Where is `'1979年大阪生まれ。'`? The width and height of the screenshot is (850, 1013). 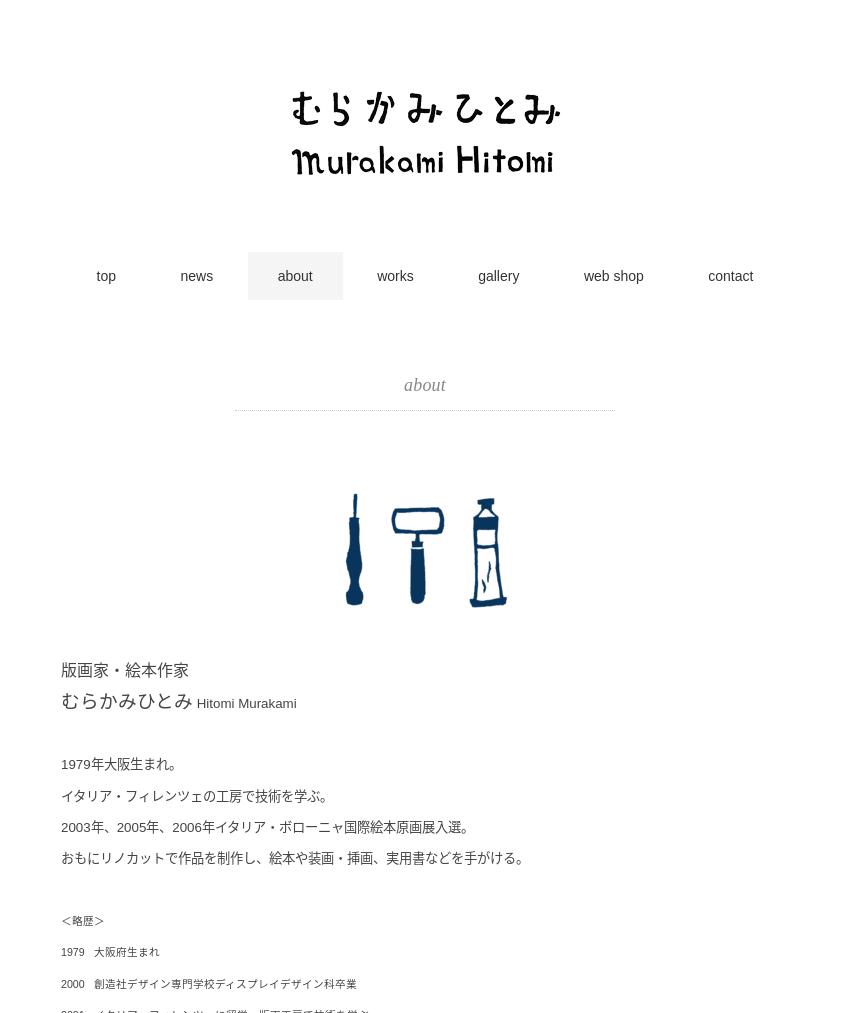 '1979年大阪生まれ。' is located at coordinates (120, 764).